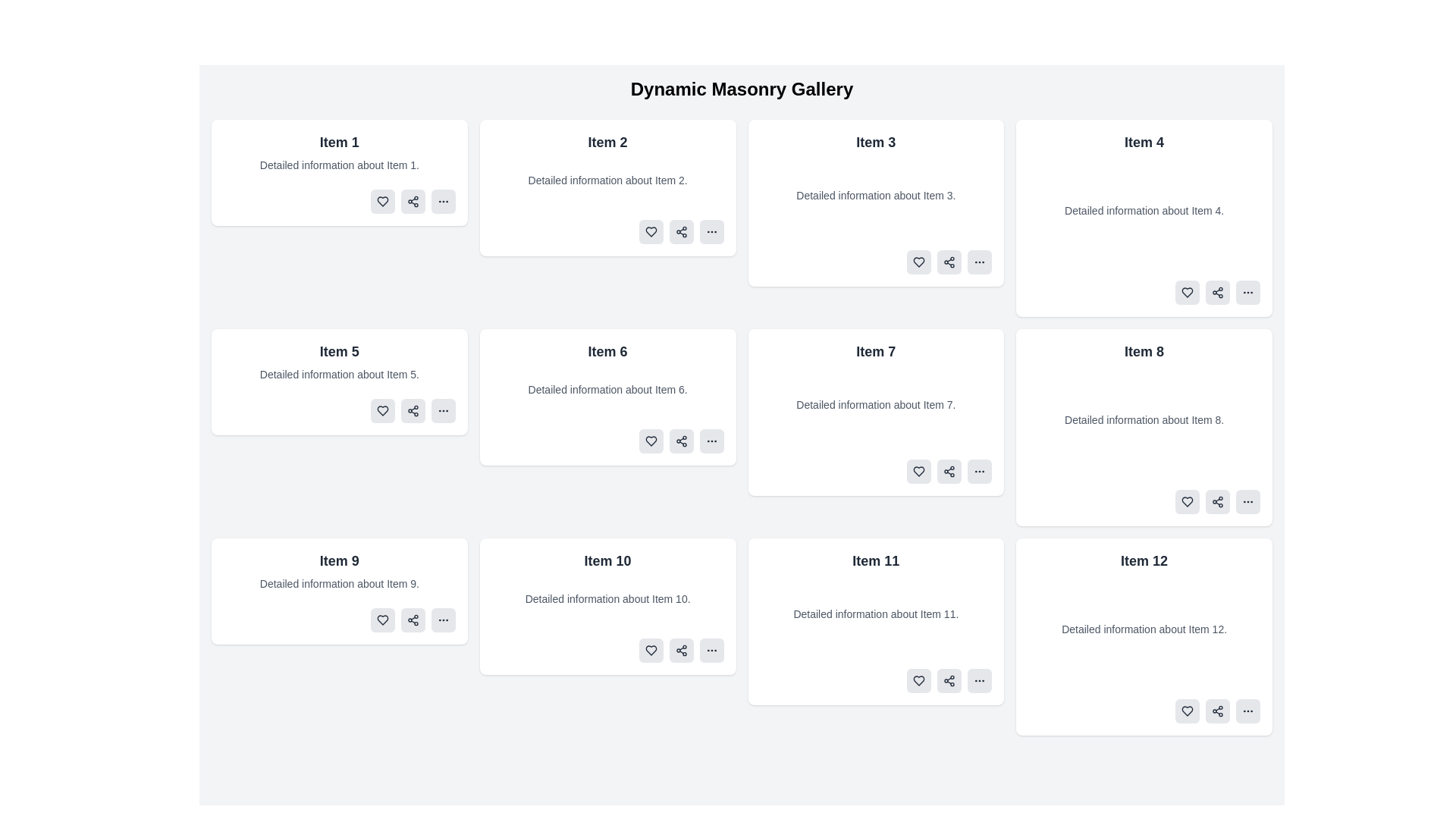  I want to click on the Text label that provides additional information for 'Item 12', located beneath the title 'Item 12' in the bottom-right corner of the grid layout, so click(1144, 629).